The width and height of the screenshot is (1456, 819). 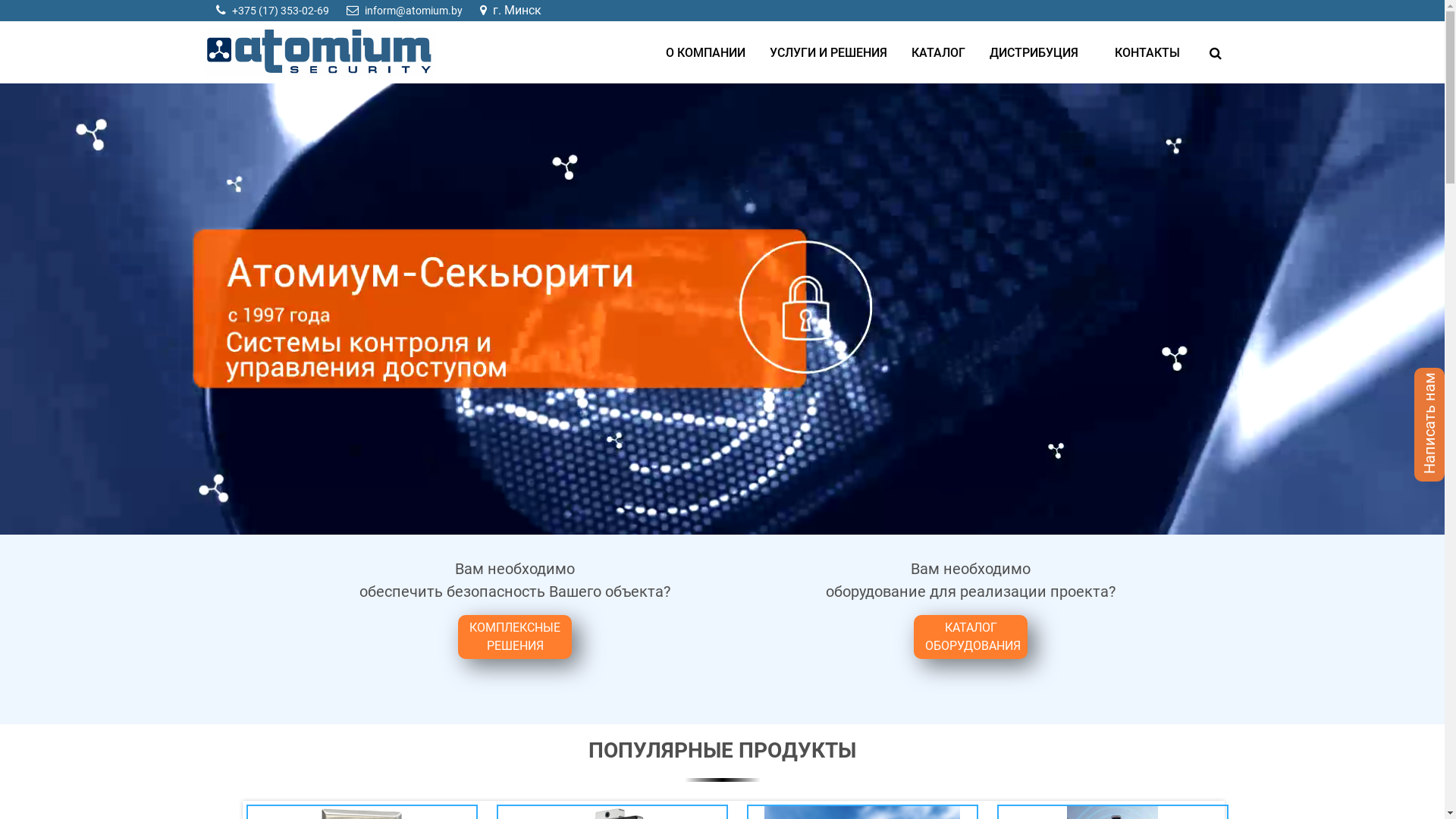 What do you see at coordinates (364, 11) in the screenshot?
I see `'inform@atomium.by'` at bounding box center [364, 11].